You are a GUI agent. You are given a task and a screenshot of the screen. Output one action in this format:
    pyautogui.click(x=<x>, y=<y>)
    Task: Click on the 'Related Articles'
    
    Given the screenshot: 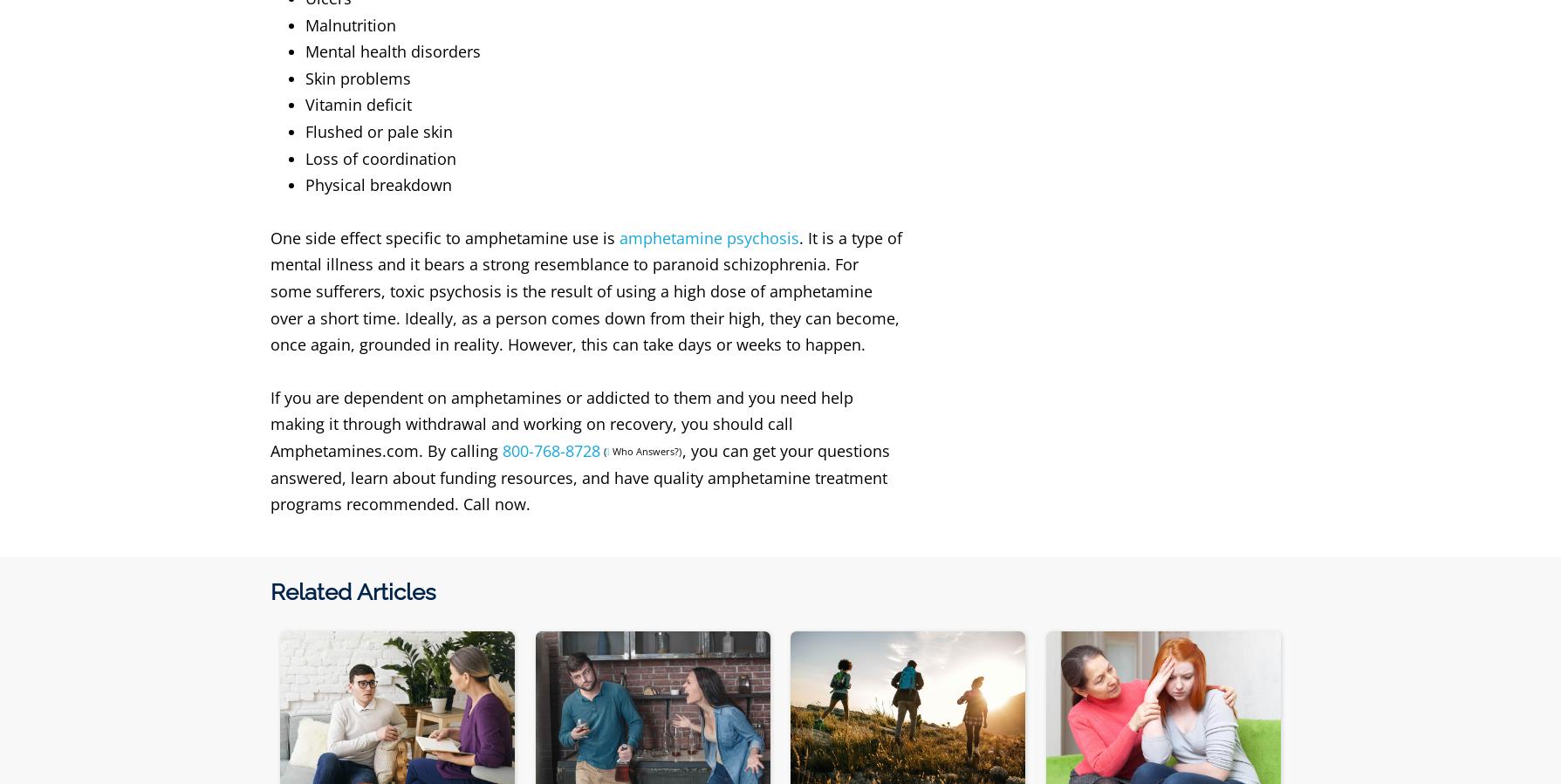 What is the action you would take?
    pyautogui.click(x=351, y=590)
    